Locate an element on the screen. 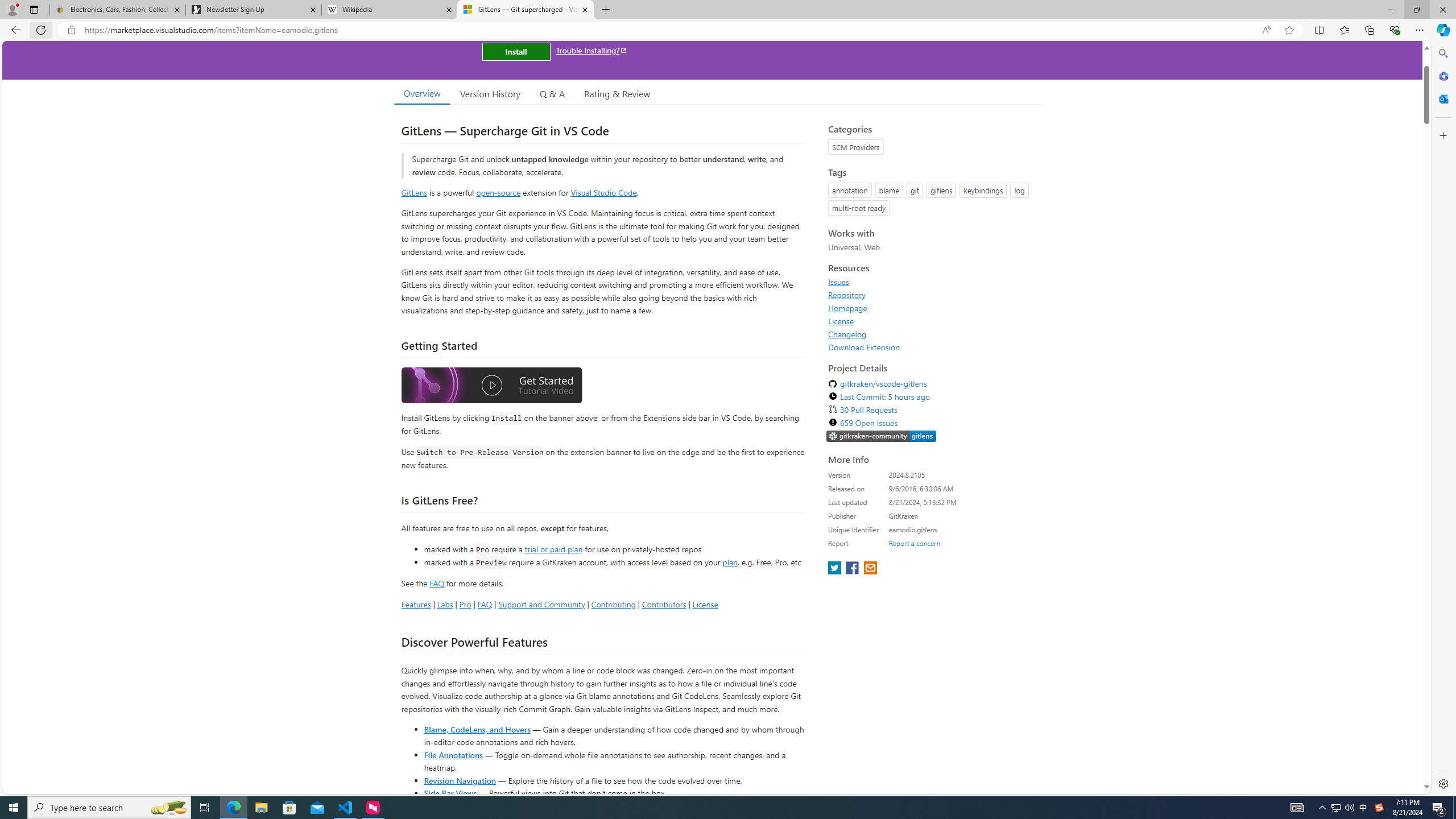 This screenshot has height=819, width=1456. 'share extension on facebook' is located at coordinates (853, 568).